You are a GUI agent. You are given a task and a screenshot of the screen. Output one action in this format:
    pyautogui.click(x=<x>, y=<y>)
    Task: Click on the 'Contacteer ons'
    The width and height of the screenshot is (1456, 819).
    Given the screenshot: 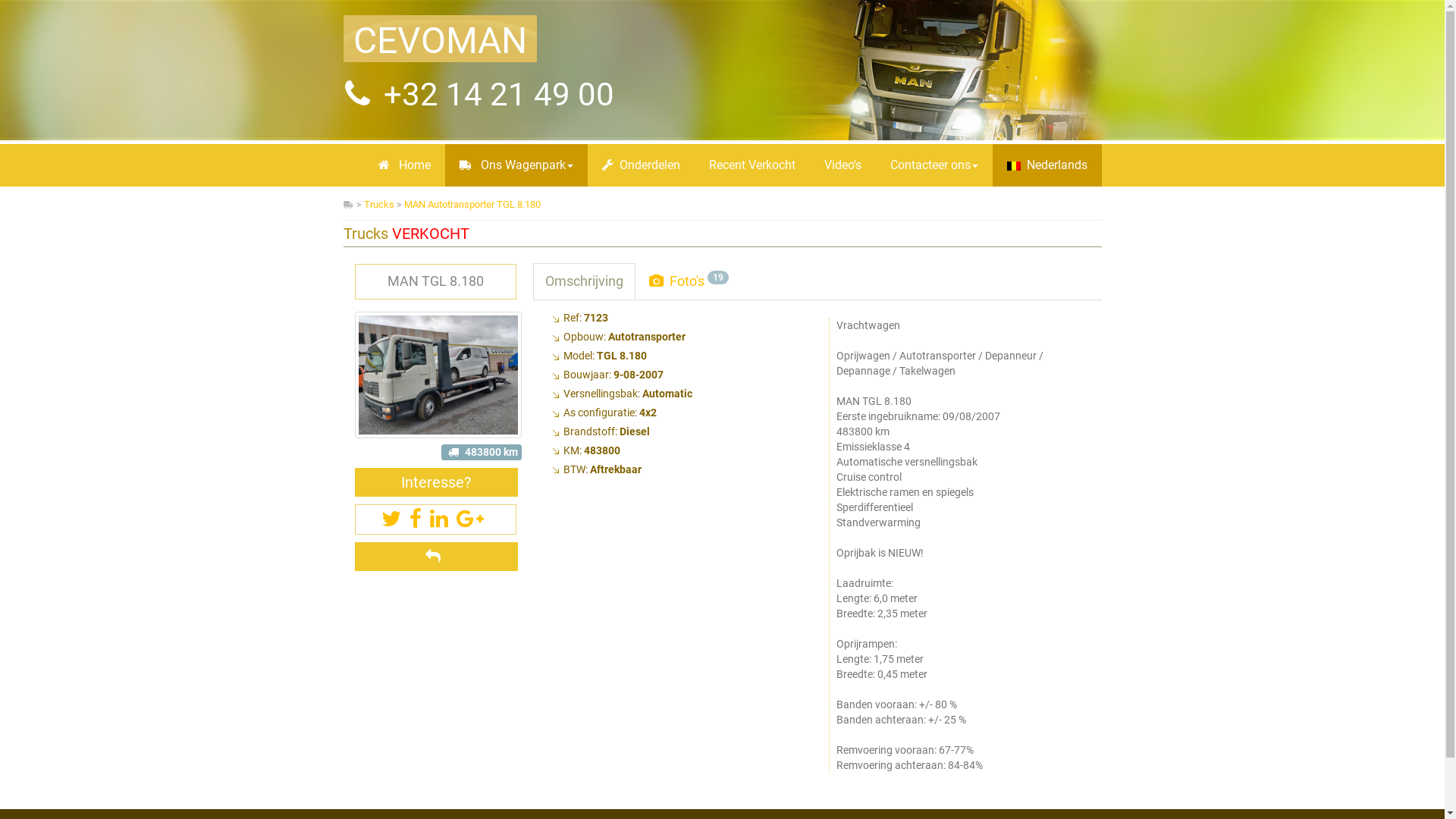 What is the action you would take?
    pyautogui.click(x=874, y=165)
    